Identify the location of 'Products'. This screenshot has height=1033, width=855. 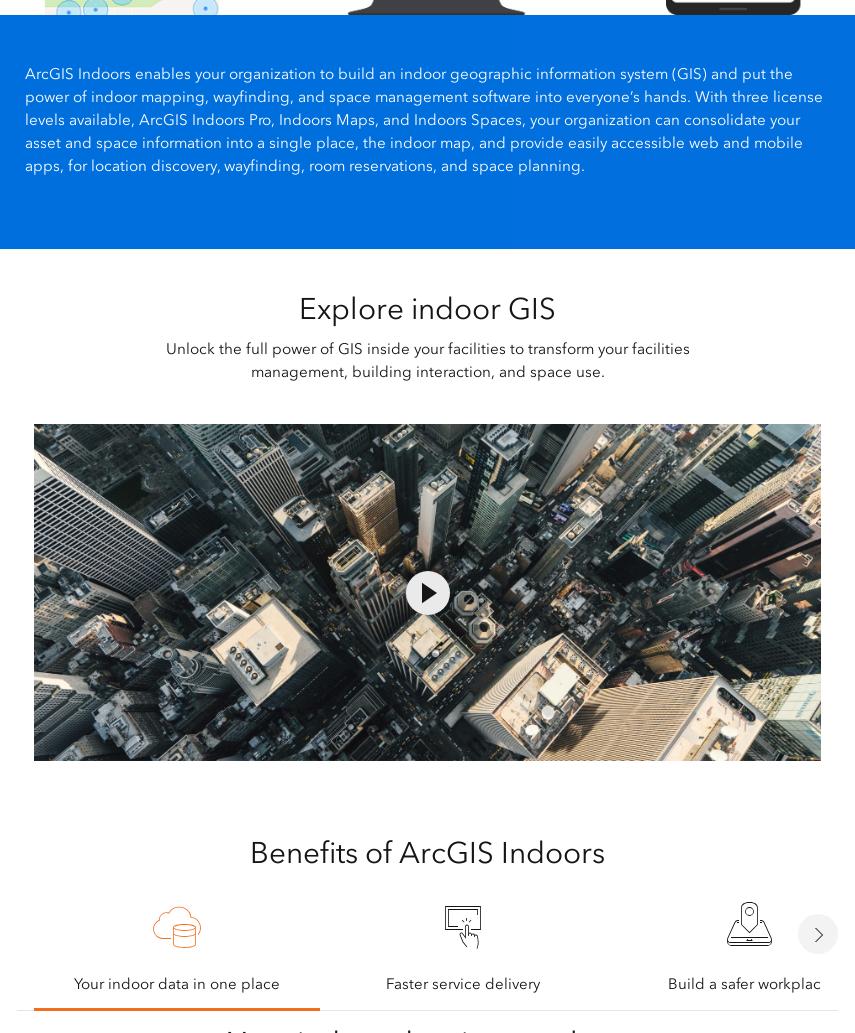
(222, 307).